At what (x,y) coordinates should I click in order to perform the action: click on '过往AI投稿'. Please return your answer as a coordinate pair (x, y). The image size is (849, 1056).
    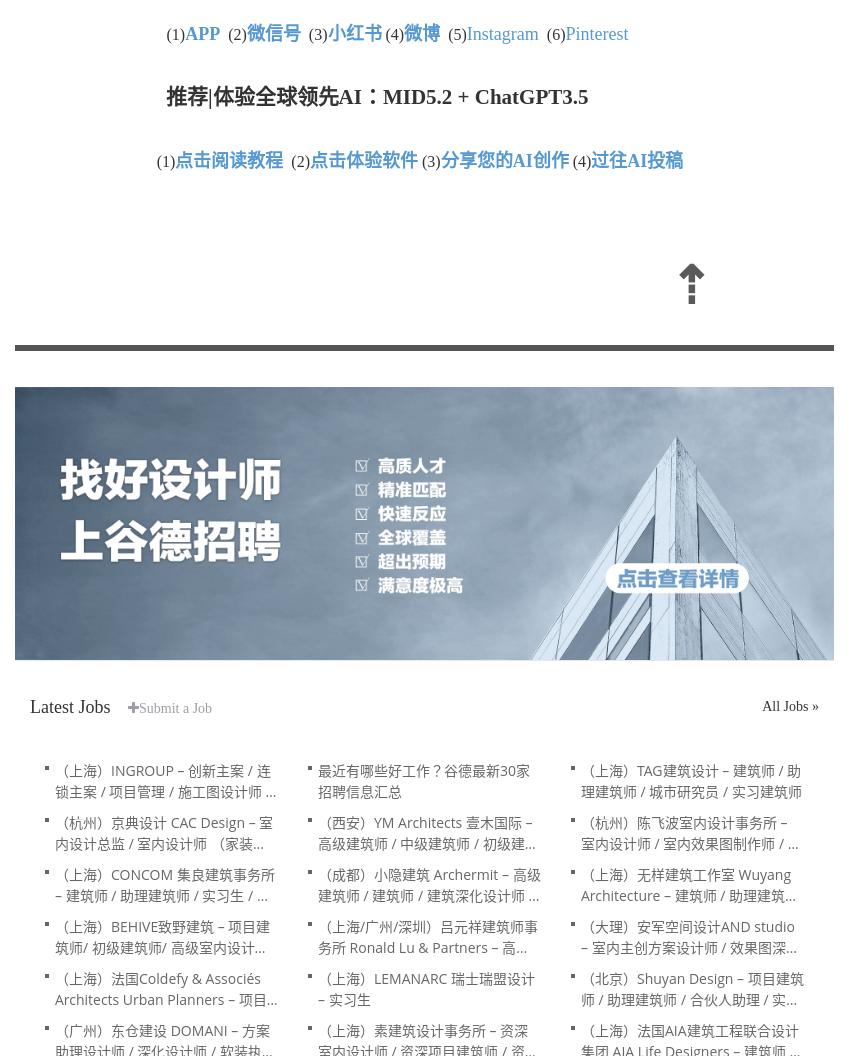
    Looking at the image, I should click on (589, 161).